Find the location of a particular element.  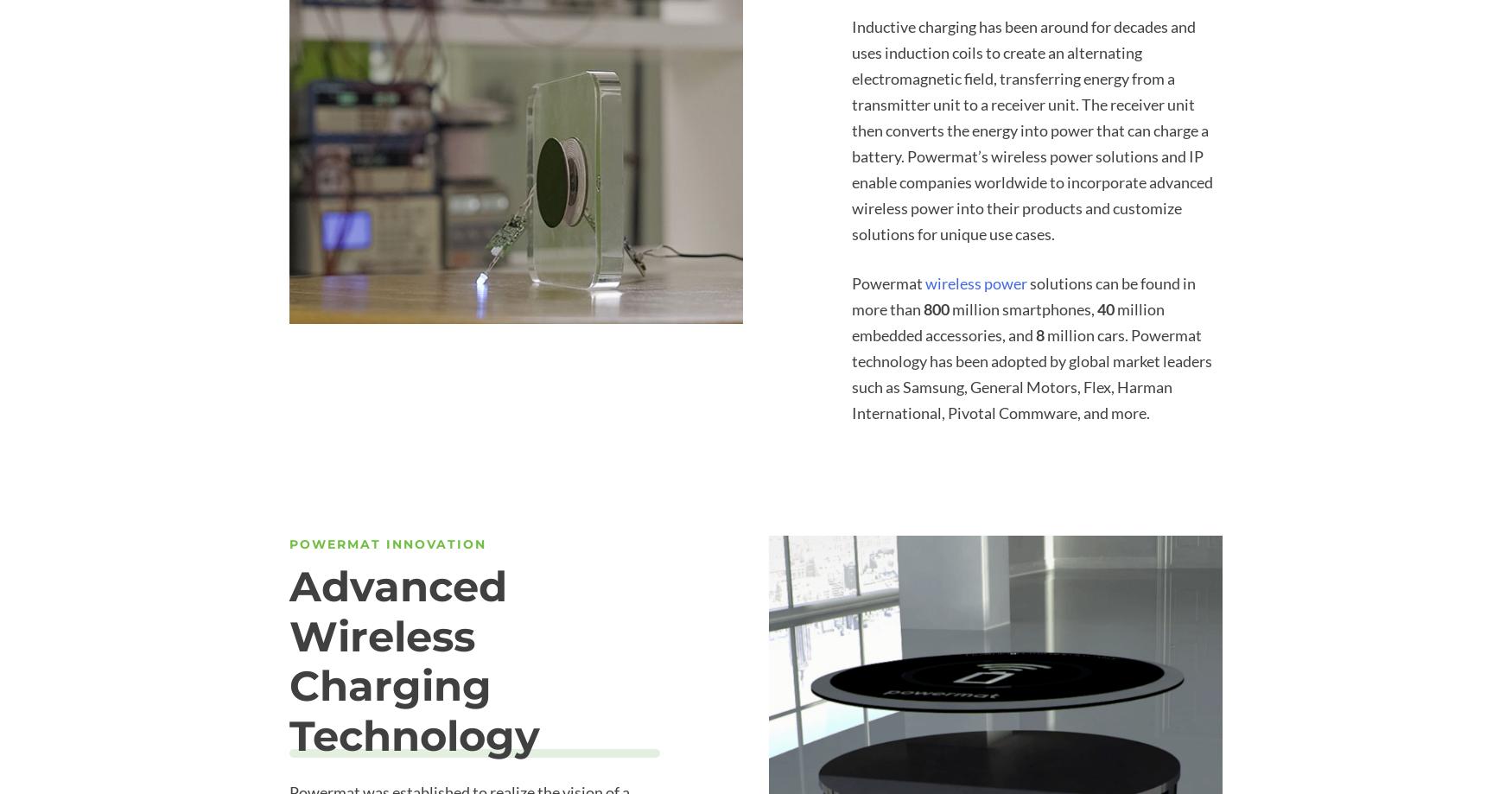

'million embedded accessories, and' is located at coordinates (1007, 322).